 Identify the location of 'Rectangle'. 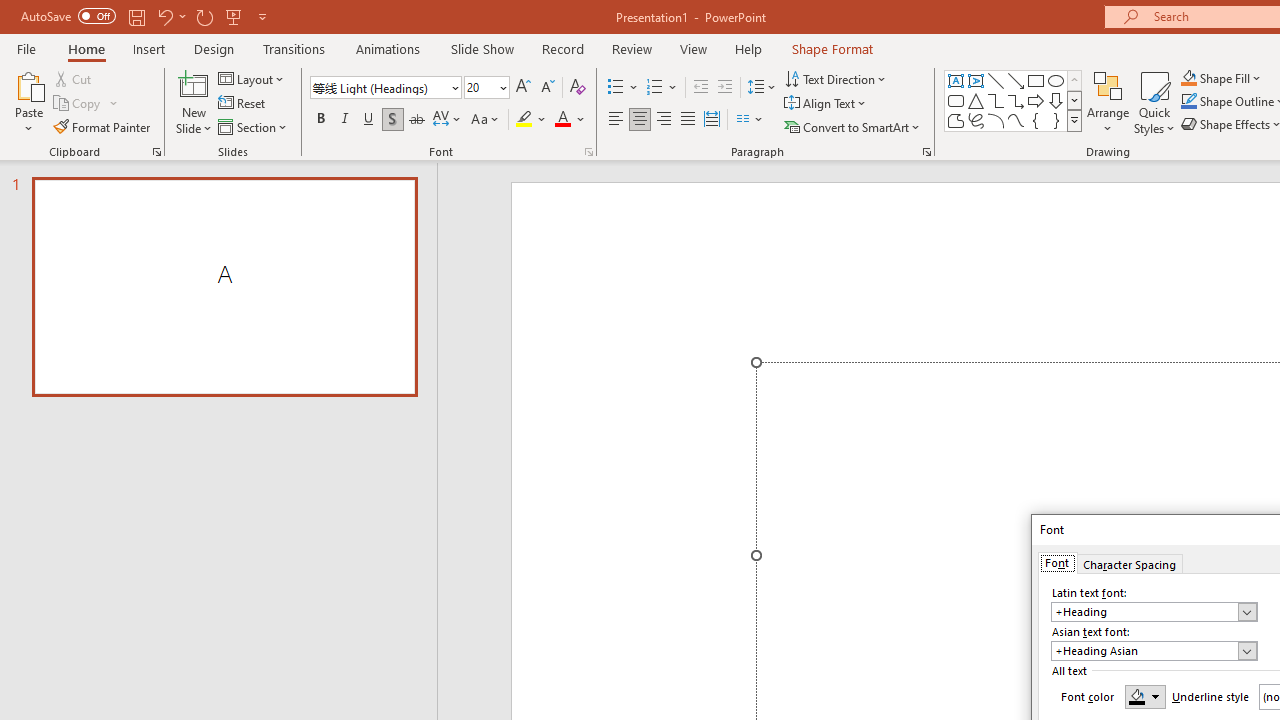
(1036, 80).